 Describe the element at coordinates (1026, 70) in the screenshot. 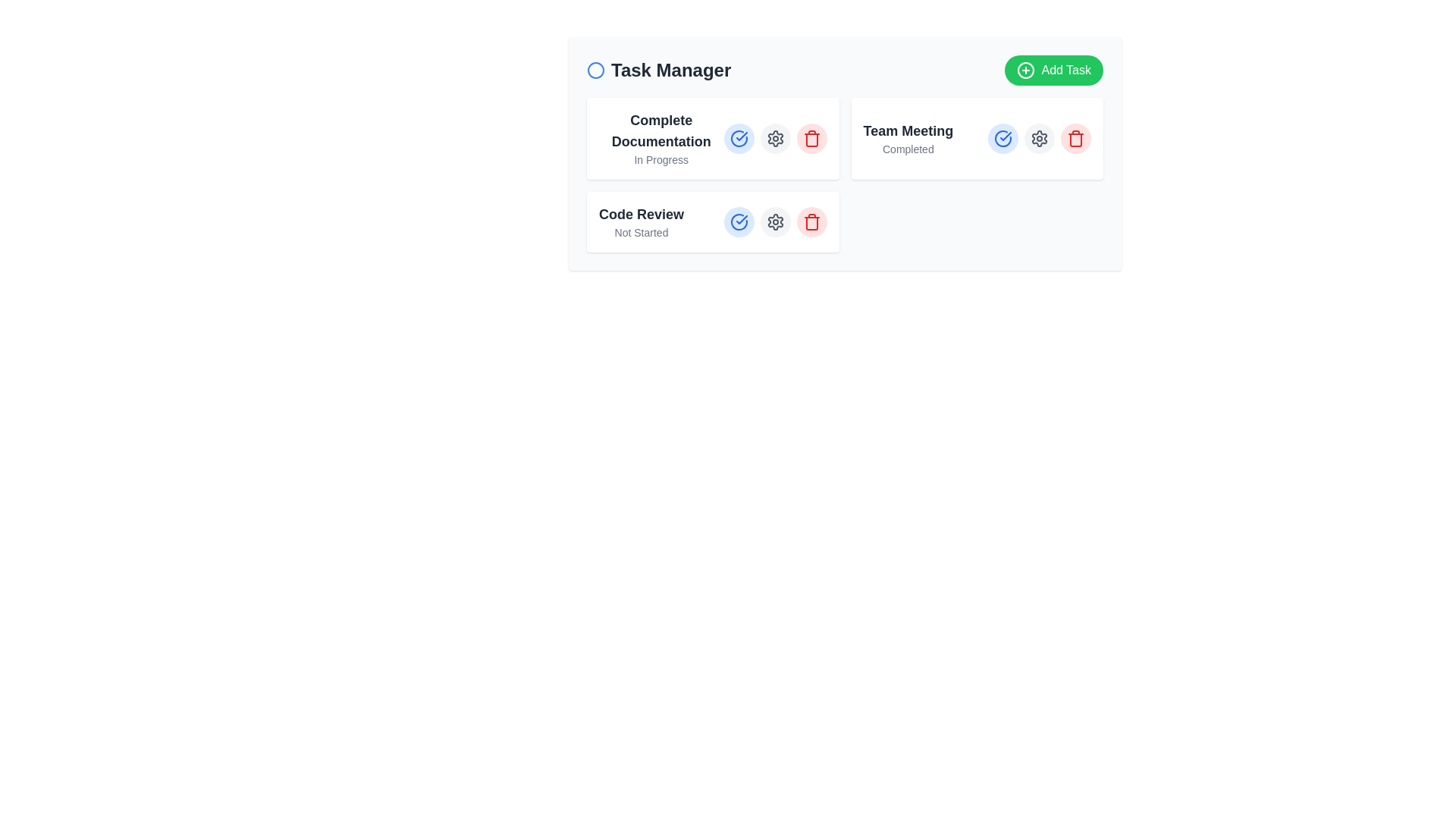

I see `the 'Add Task' button, which is represented by a '+' symbol within a circle located in the upper-right region of the interface` at that location.